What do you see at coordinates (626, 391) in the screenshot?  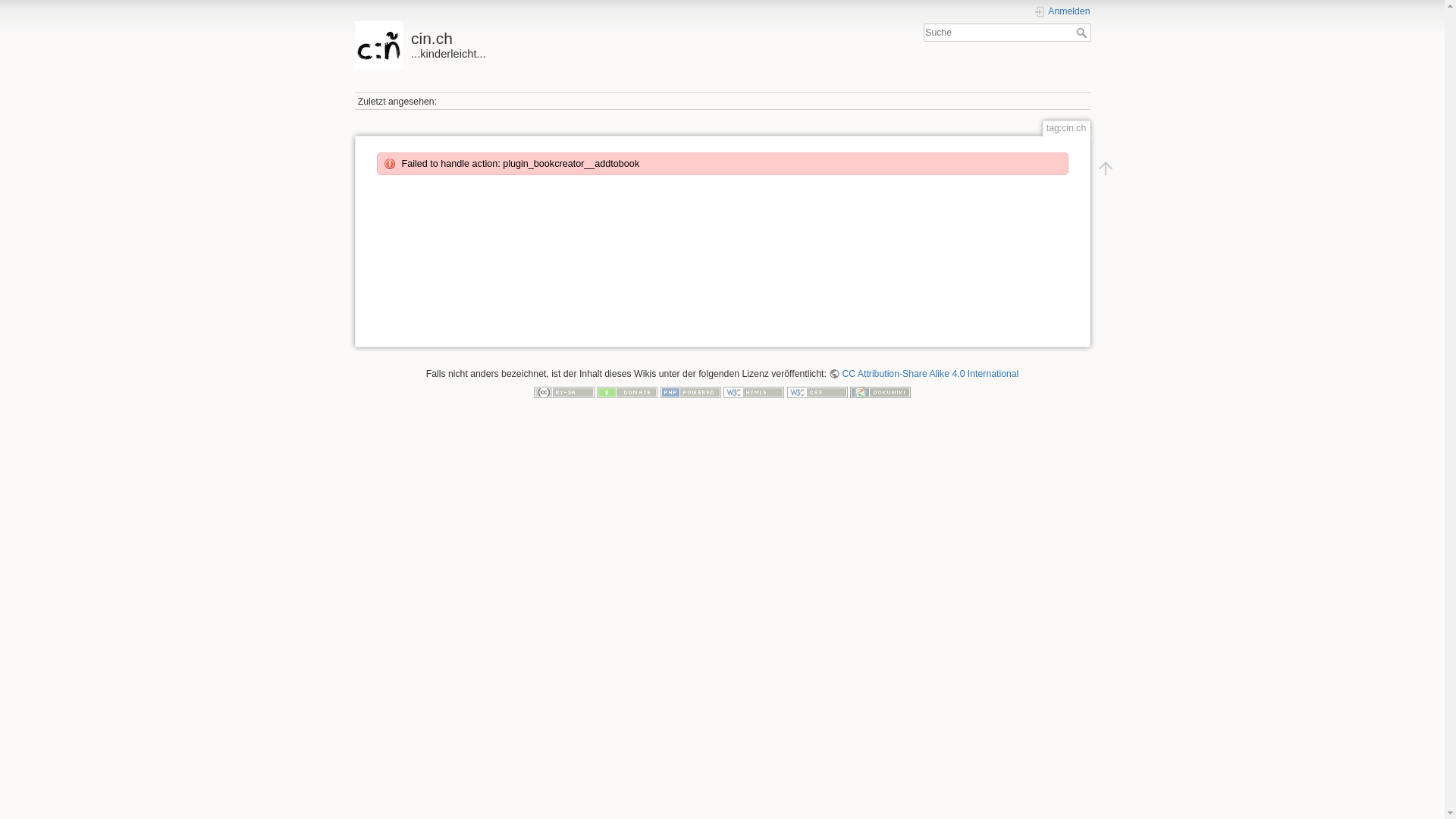 I see `'Donate'` at bounding box center [626, 391].